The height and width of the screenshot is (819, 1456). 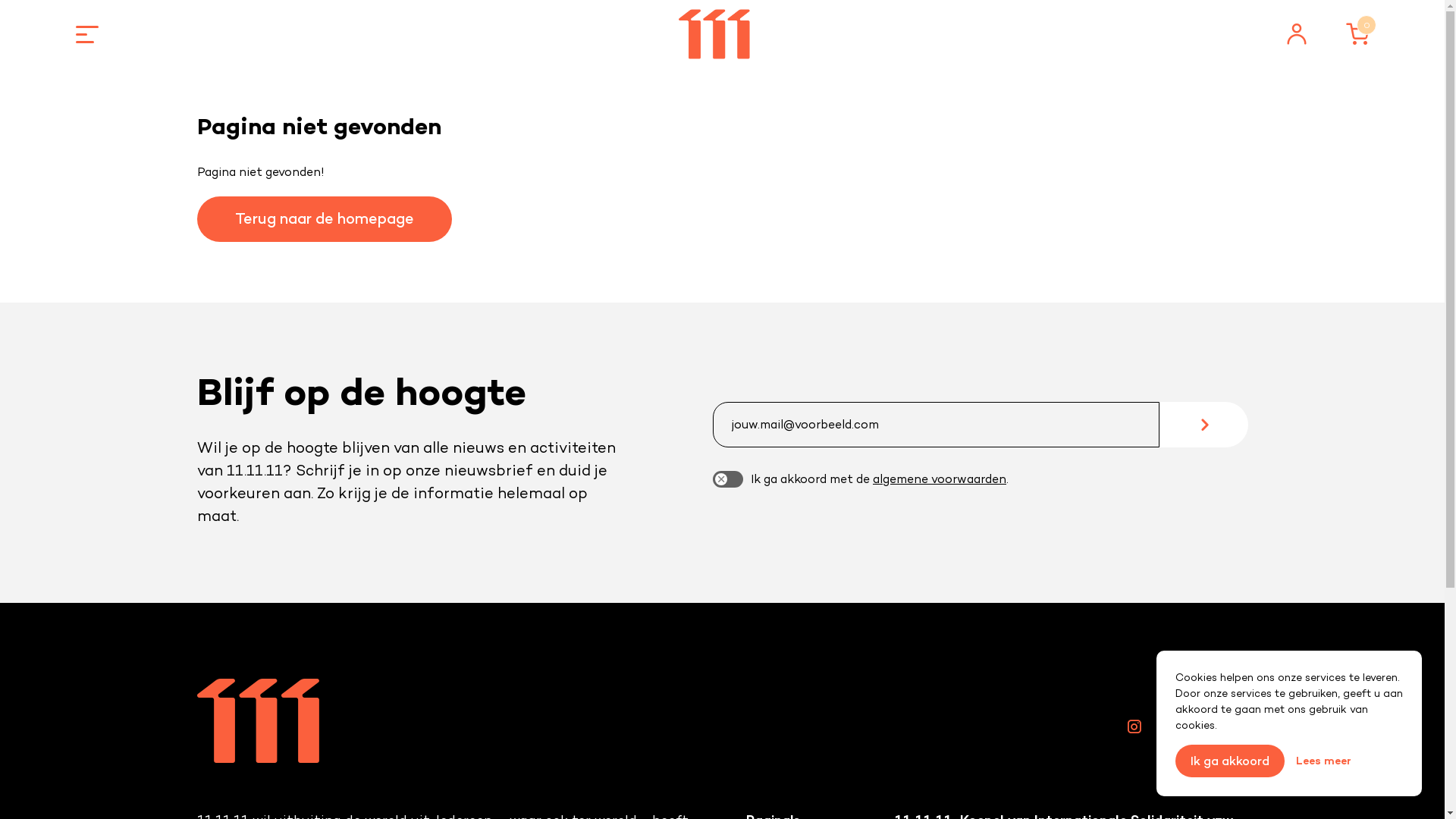 I want to click on '0', so click(x=1357, y=34).